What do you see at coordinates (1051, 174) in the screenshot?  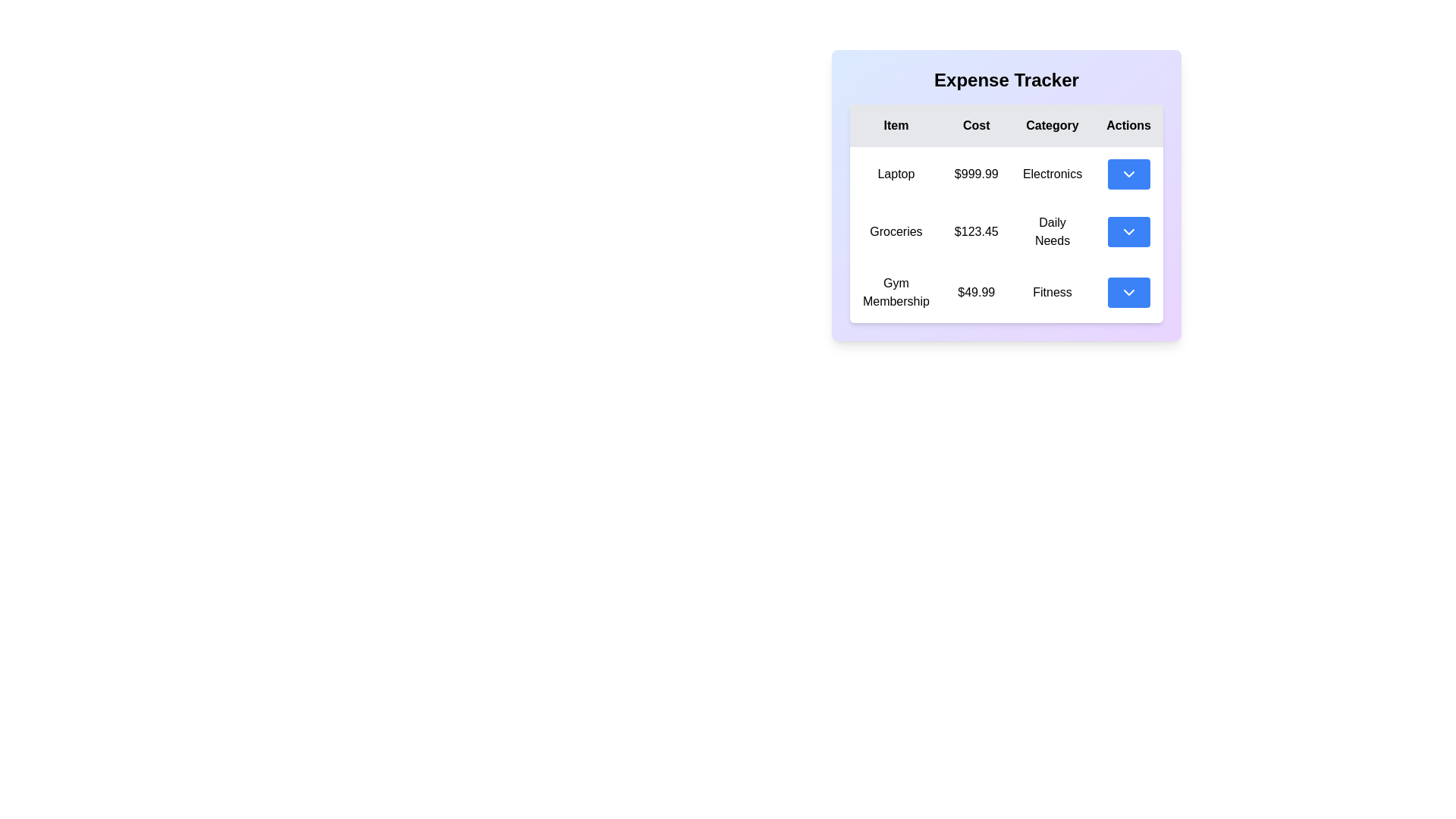 I see `the 'Electronics' text element located in the first row and third column of the table, which corresponds to the item 'Laptop' and costs '$999.99'` at bounding box center [1051, 174].